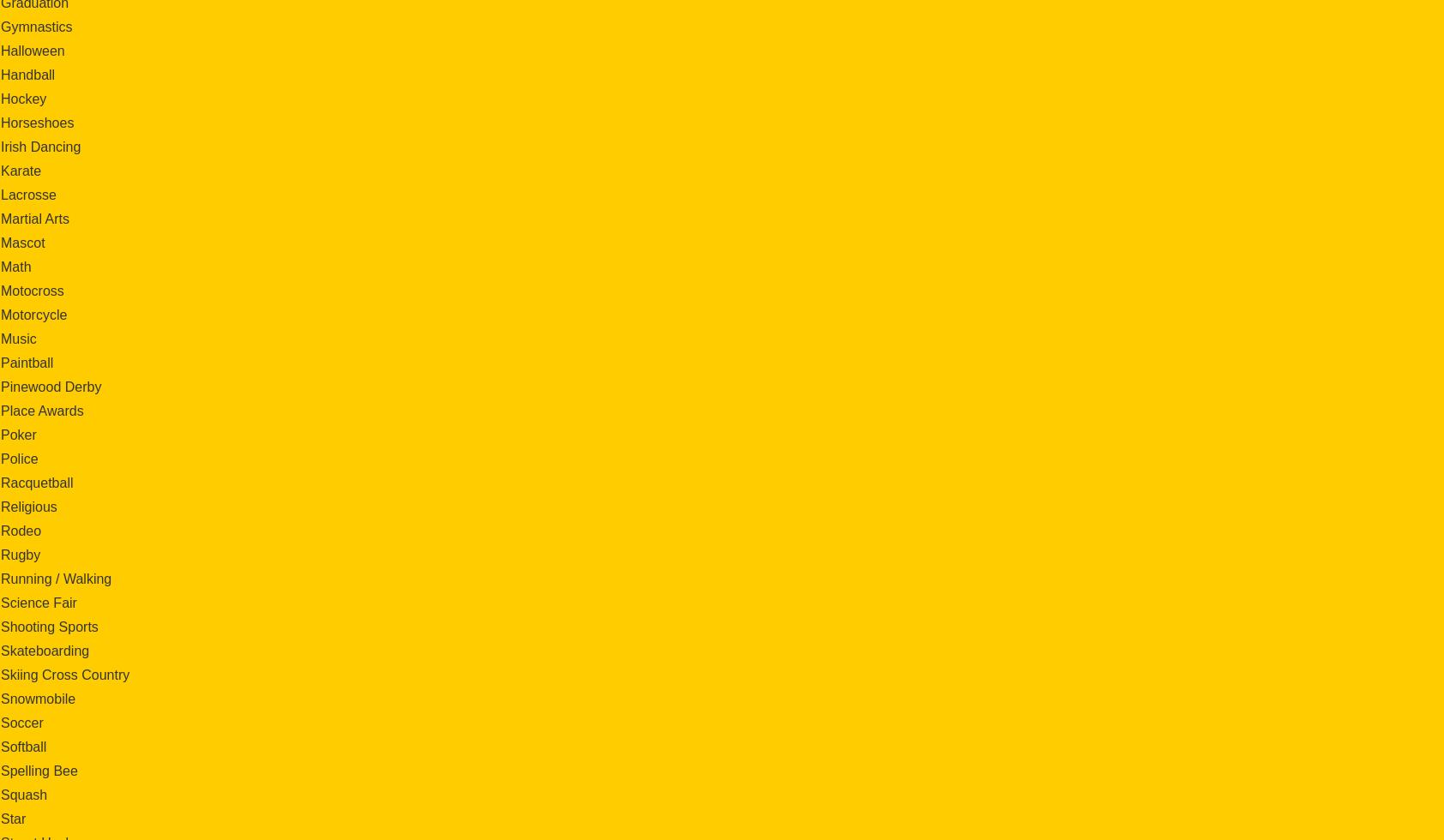 The height and width of the screenshot is (840, 1444). I want to click on 'Irish Dancing', so click(39, 146).